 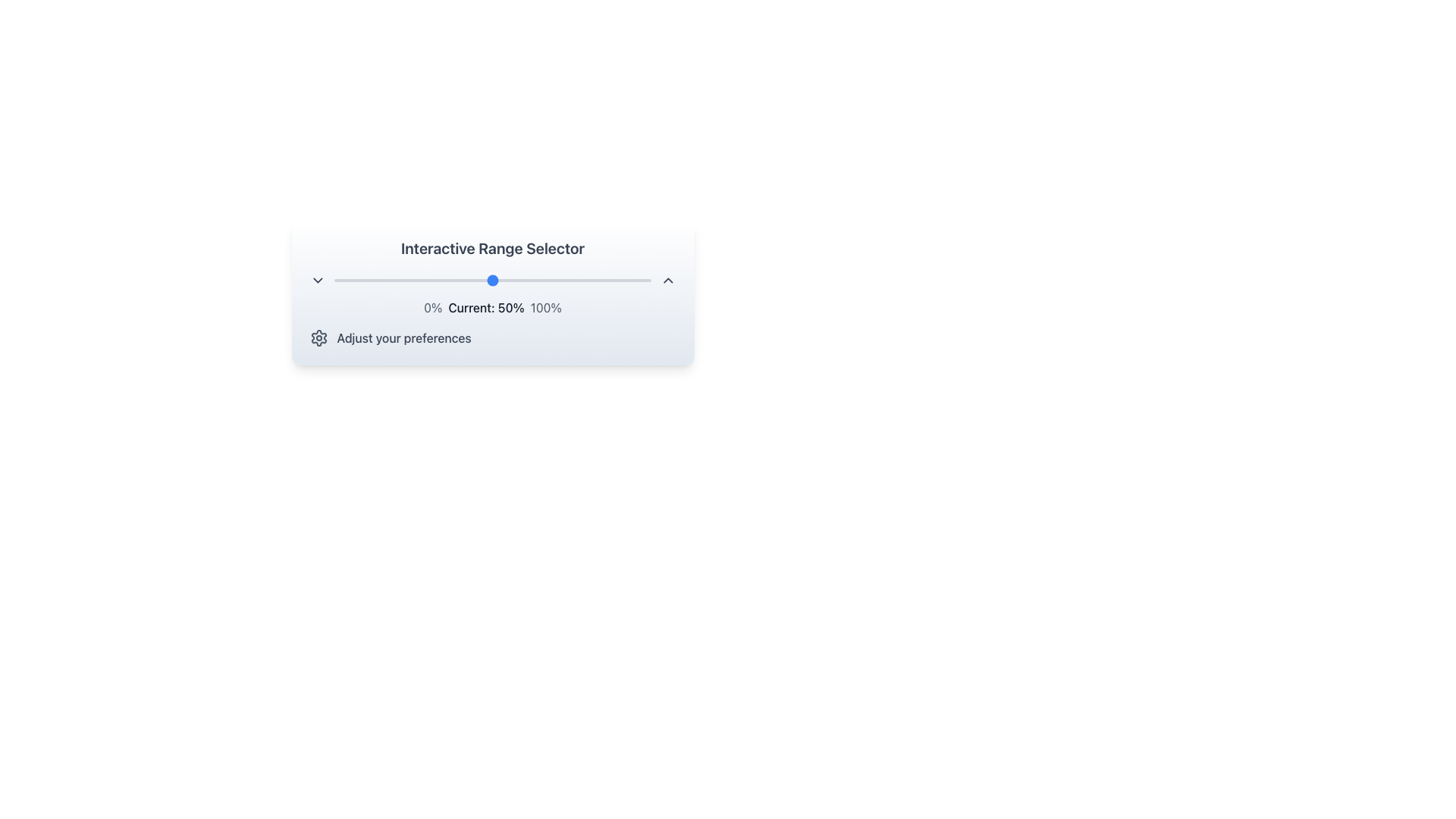 What do you see at coordinates (432, 307) in the screenshot?
I see `the text element displaying '0%' which is styled in gray and located at the leftmost position of the percentage-related texts group` at bounding box center [432, 307].